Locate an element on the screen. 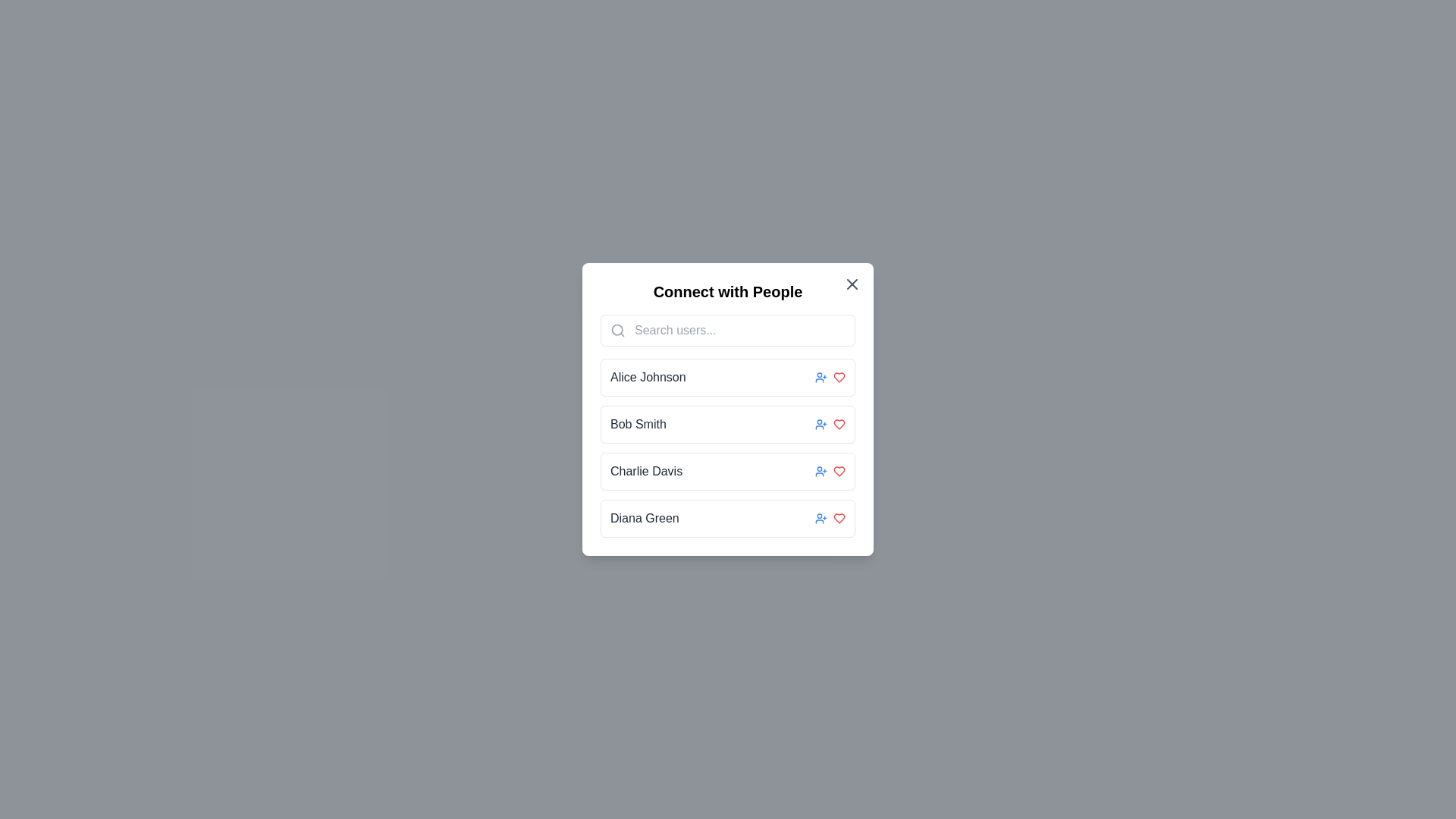 This screenshot has height=819, width=1456. the text label displaying the user name 'Charlie Davis' in the third row of the connection selection interface is located at coordinates (646, 470).